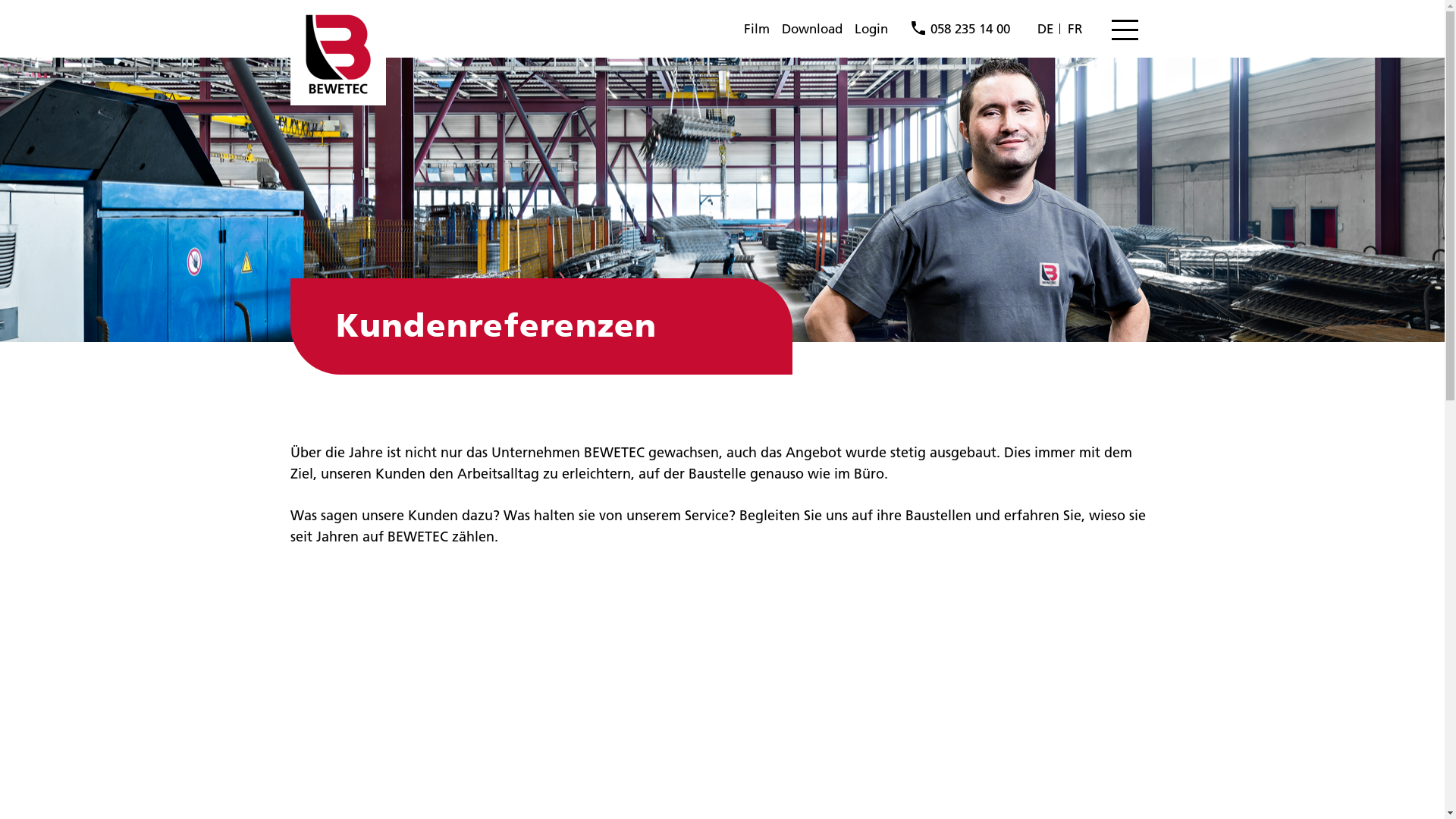 The height and width of the screenshot is (819, 1456). What do you see at coordinates (811, 29) in the screenshot?
I see `'Download'` at bounding box center [811, 29].